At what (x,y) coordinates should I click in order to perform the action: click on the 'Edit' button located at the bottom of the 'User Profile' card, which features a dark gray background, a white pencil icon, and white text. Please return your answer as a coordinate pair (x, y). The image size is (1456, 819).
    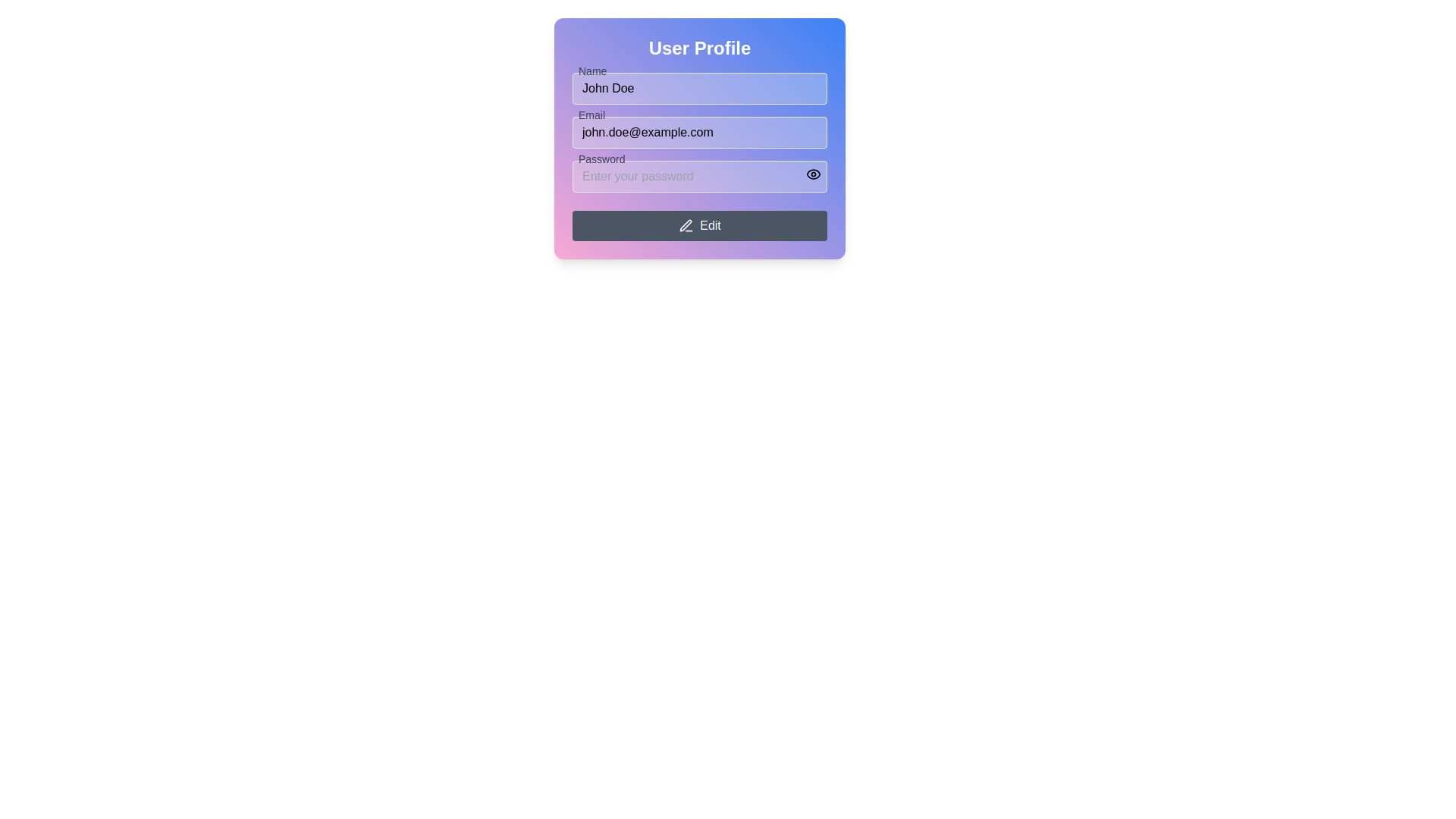
    Looking at the image, I should click on (698, 225).